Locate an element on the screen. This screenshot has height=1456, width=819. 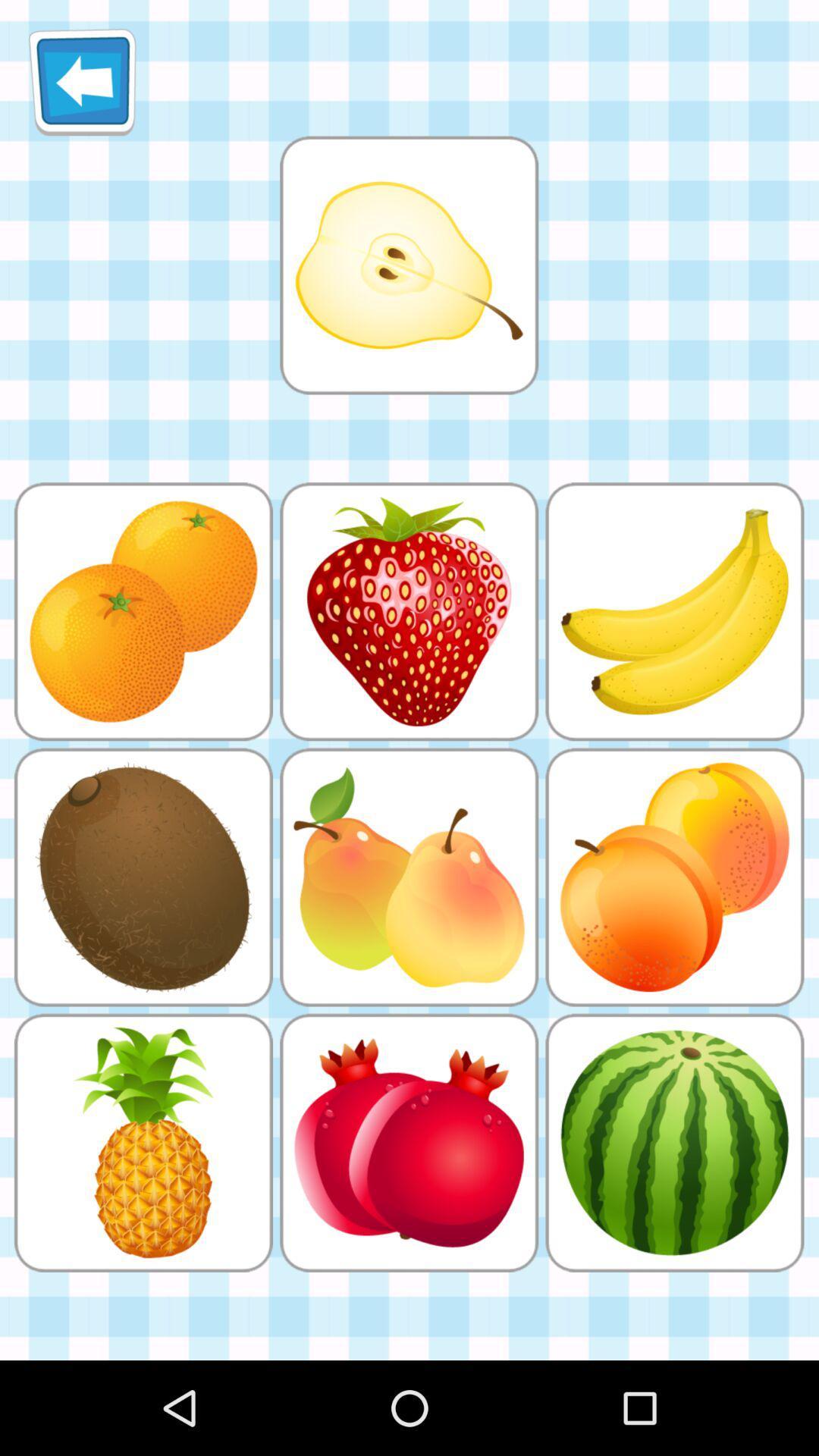
match image of pear is located at coordinates (408, 265).